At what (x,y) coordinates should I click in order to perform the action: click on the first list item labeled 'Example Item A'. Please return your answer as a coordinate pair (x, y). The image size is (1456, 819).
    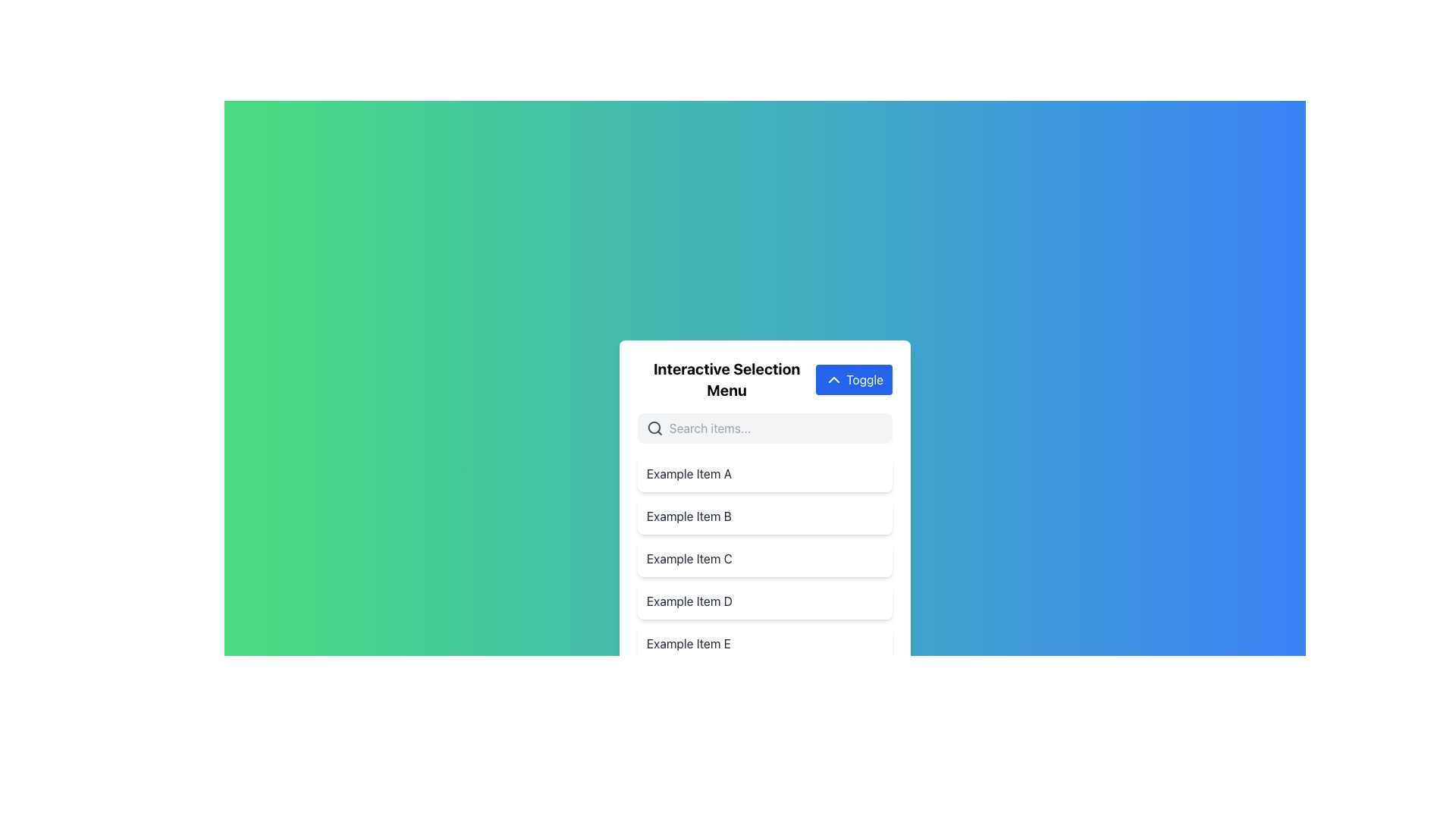
    Looking at the image, I should click on (764, 472).